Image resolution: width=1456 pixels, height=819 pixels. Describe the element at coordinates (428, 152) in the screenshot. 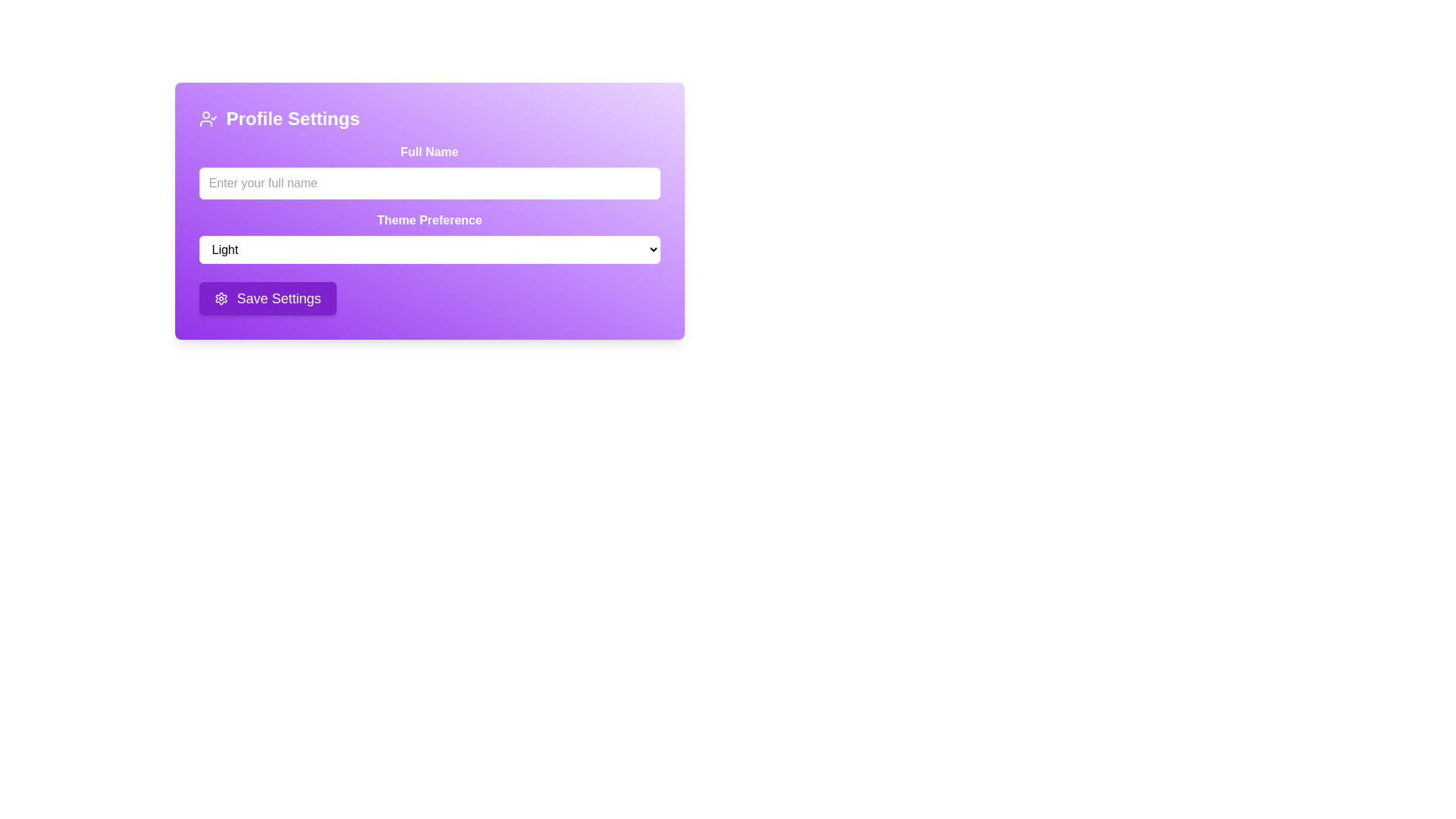

I see `the label indicating that users should enter their full name, which is located directly above the input field with the placeholder 'Enter your full name'` at that location.